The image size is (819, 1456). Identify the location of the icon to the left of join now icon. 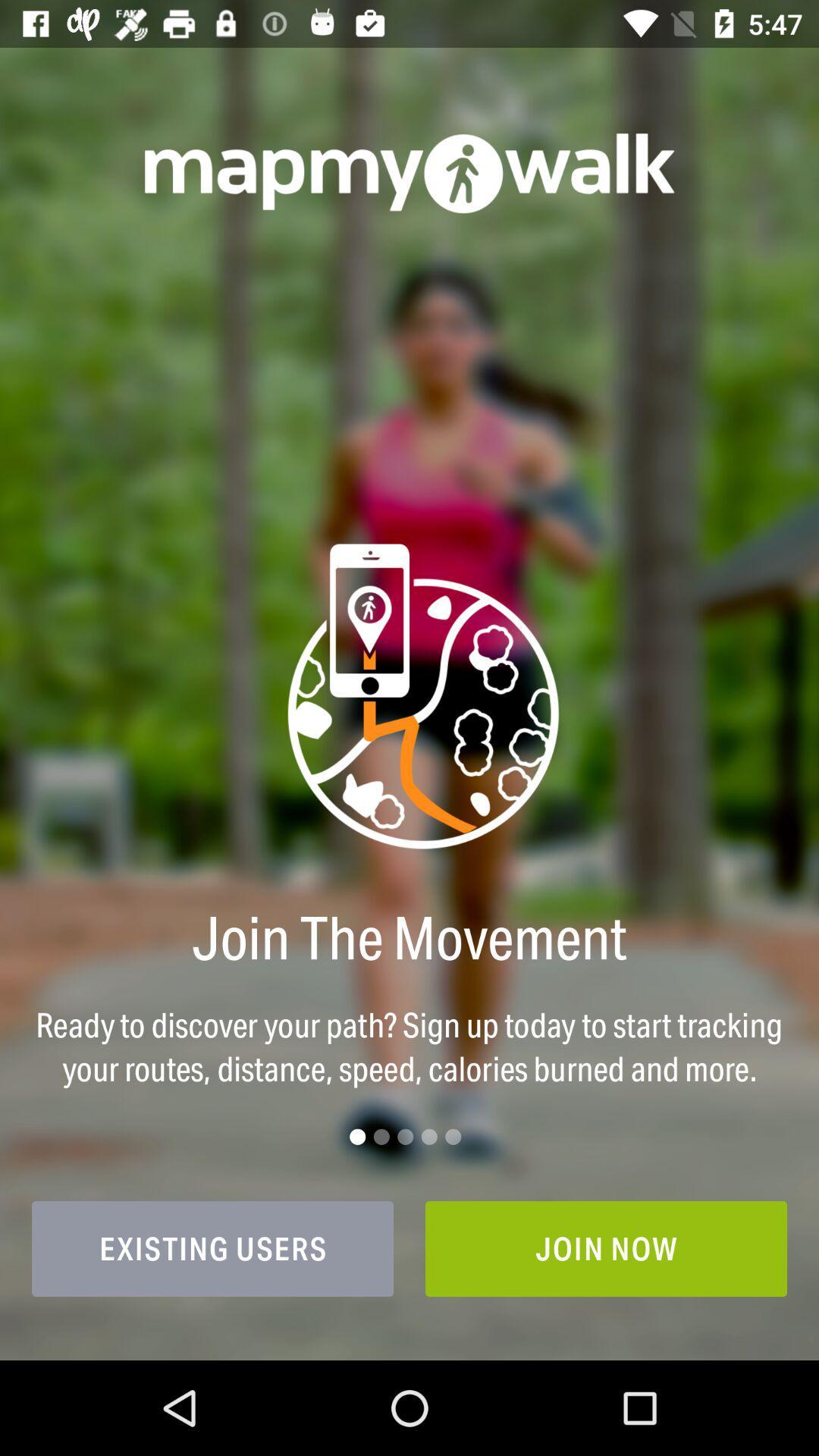
(212, 1248).